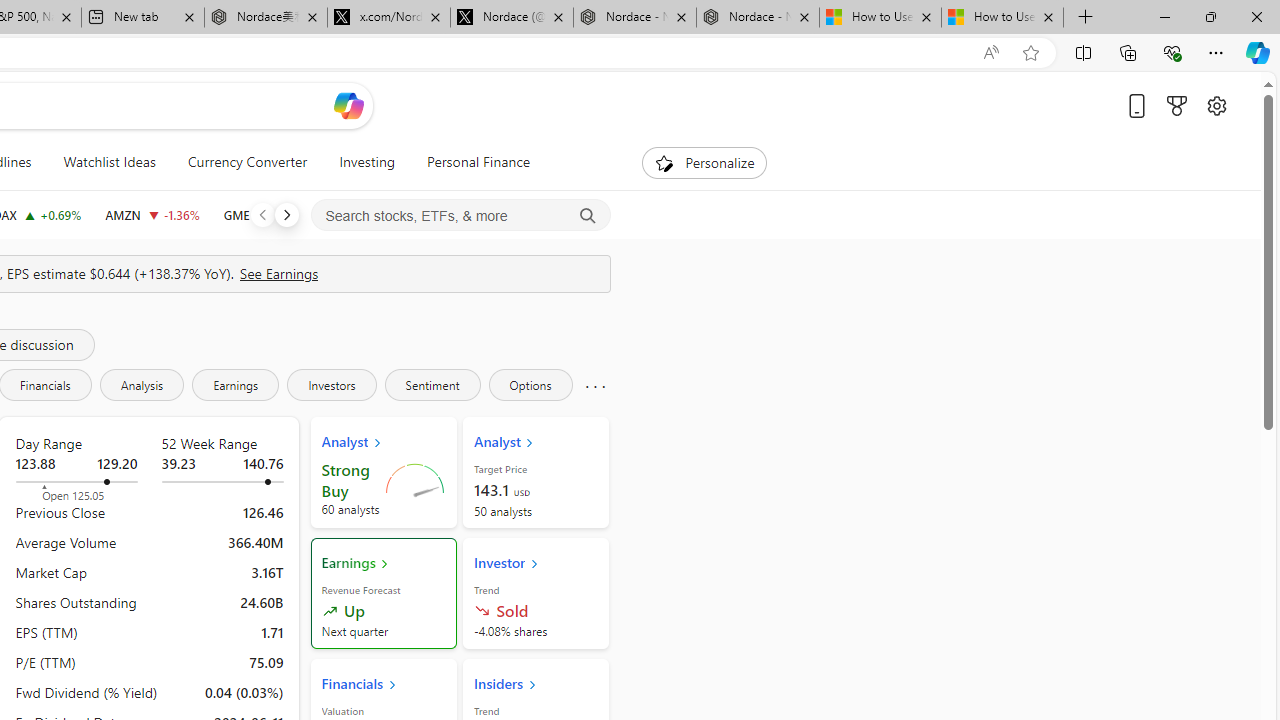  What do you see at coordinates (1176, 105) in the screenshot?
I see `'Microsoft rewards'` at bounding box center [1176, 105].